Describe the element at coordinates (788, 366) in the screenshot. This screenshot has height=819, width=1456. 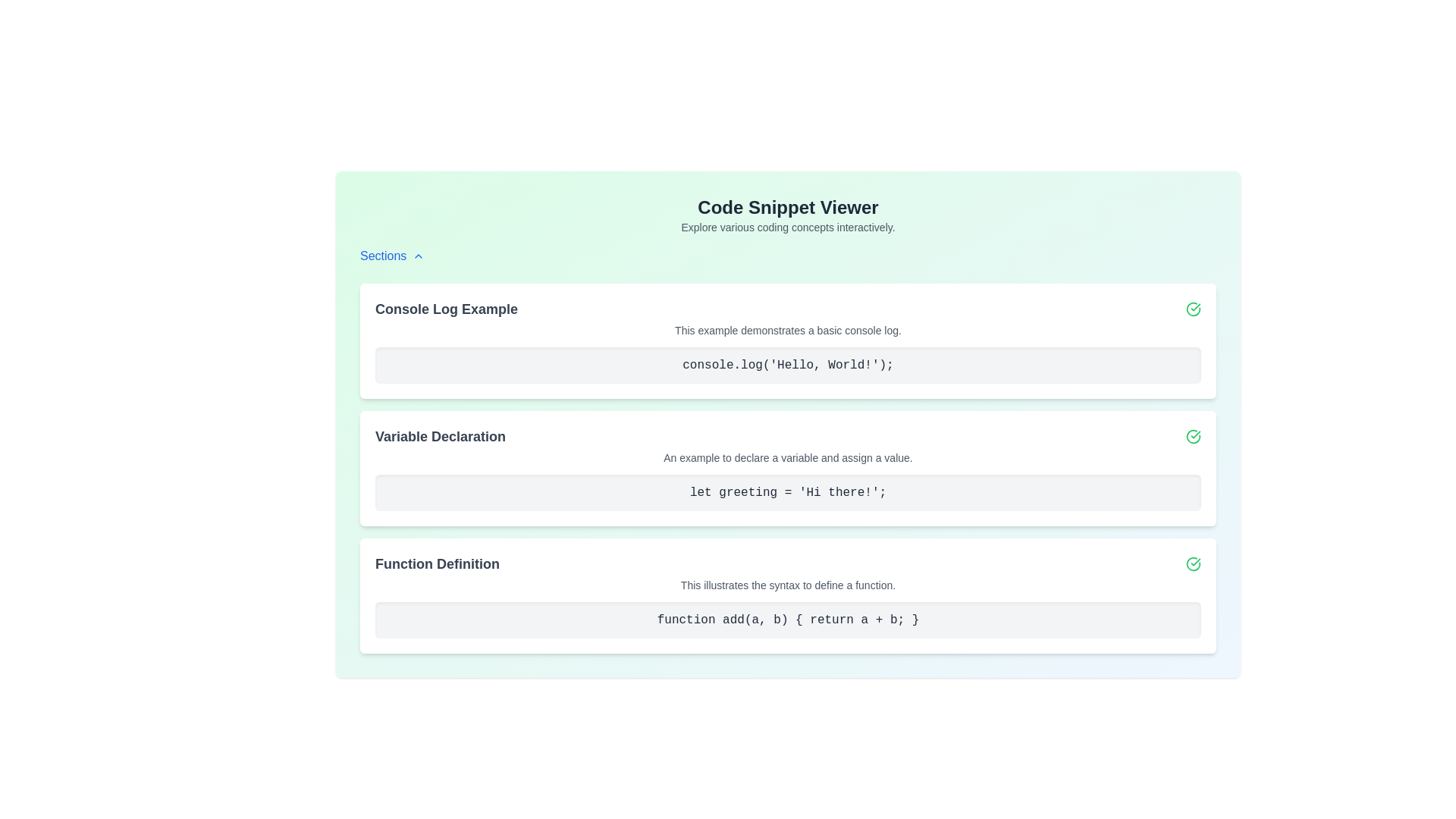
I see `the code snippet element that serves as an example of a JavaScript console log statement, centrally aligned within the 'Console Log Example' code block` at that location.